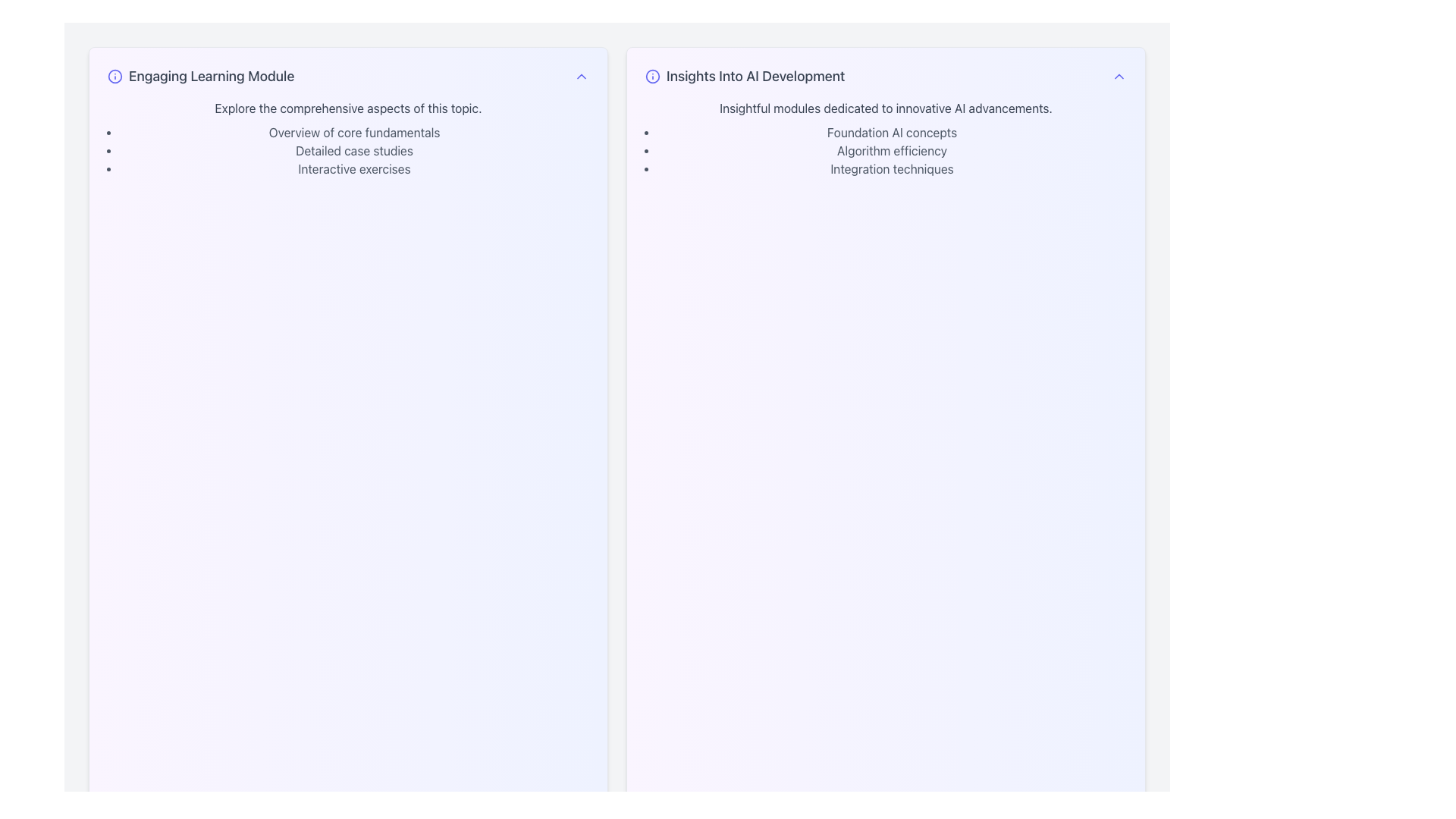 The image size is (1456, 819). What do you see at coordinates (886, 138) in the screenshot?
I see `text in the bulleted list located in the text block under 'Insights Into AI Development' on the right panel of the interface` at bounding box center [886, 138].